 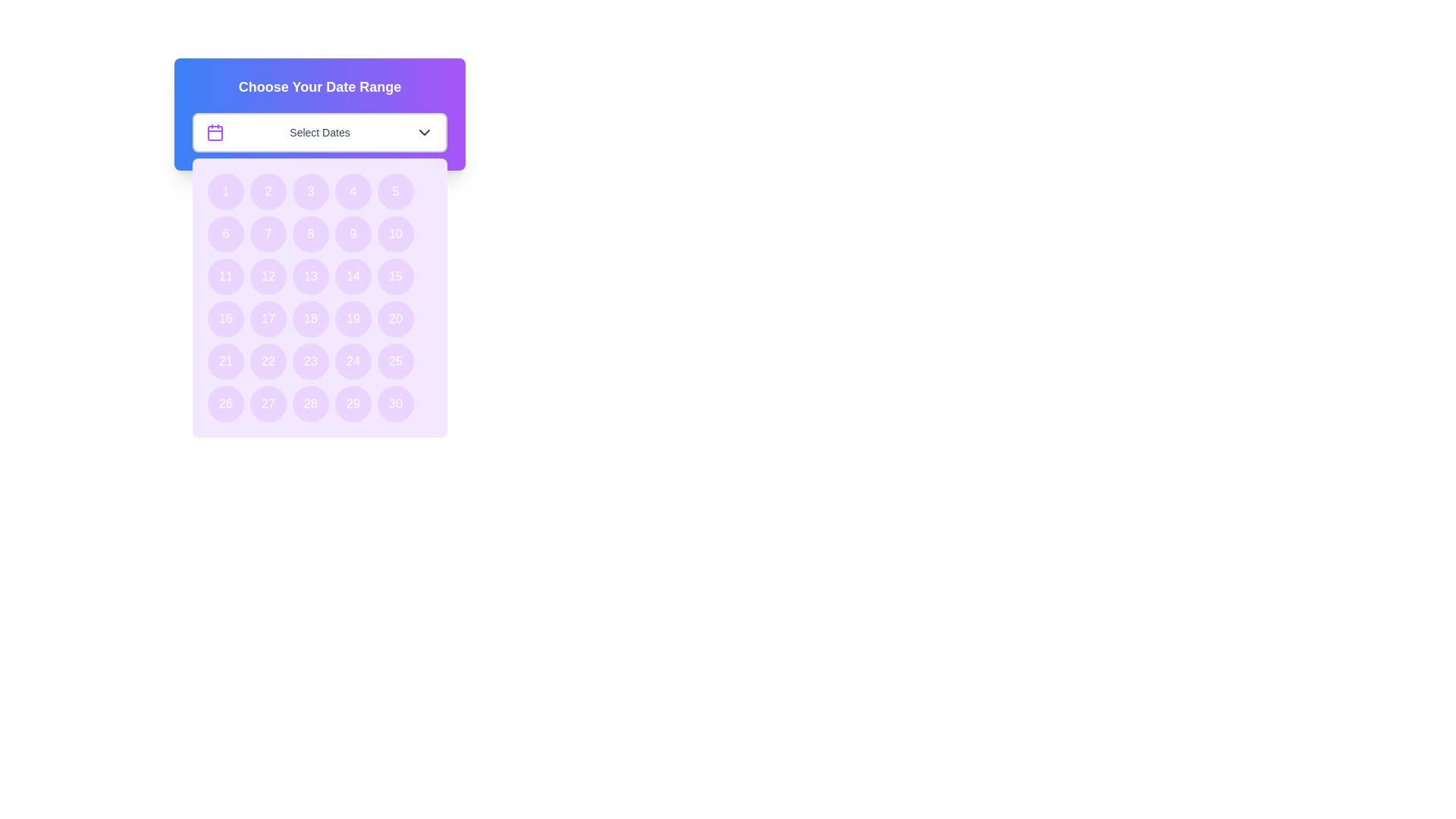 What do you see at coordinates (309, 318) in the screenshot?
I see `the button that allows users to select the 18th day of the displayed month in the date picker grid, located in the fourth row and third column` at bounding box center [309, 318].